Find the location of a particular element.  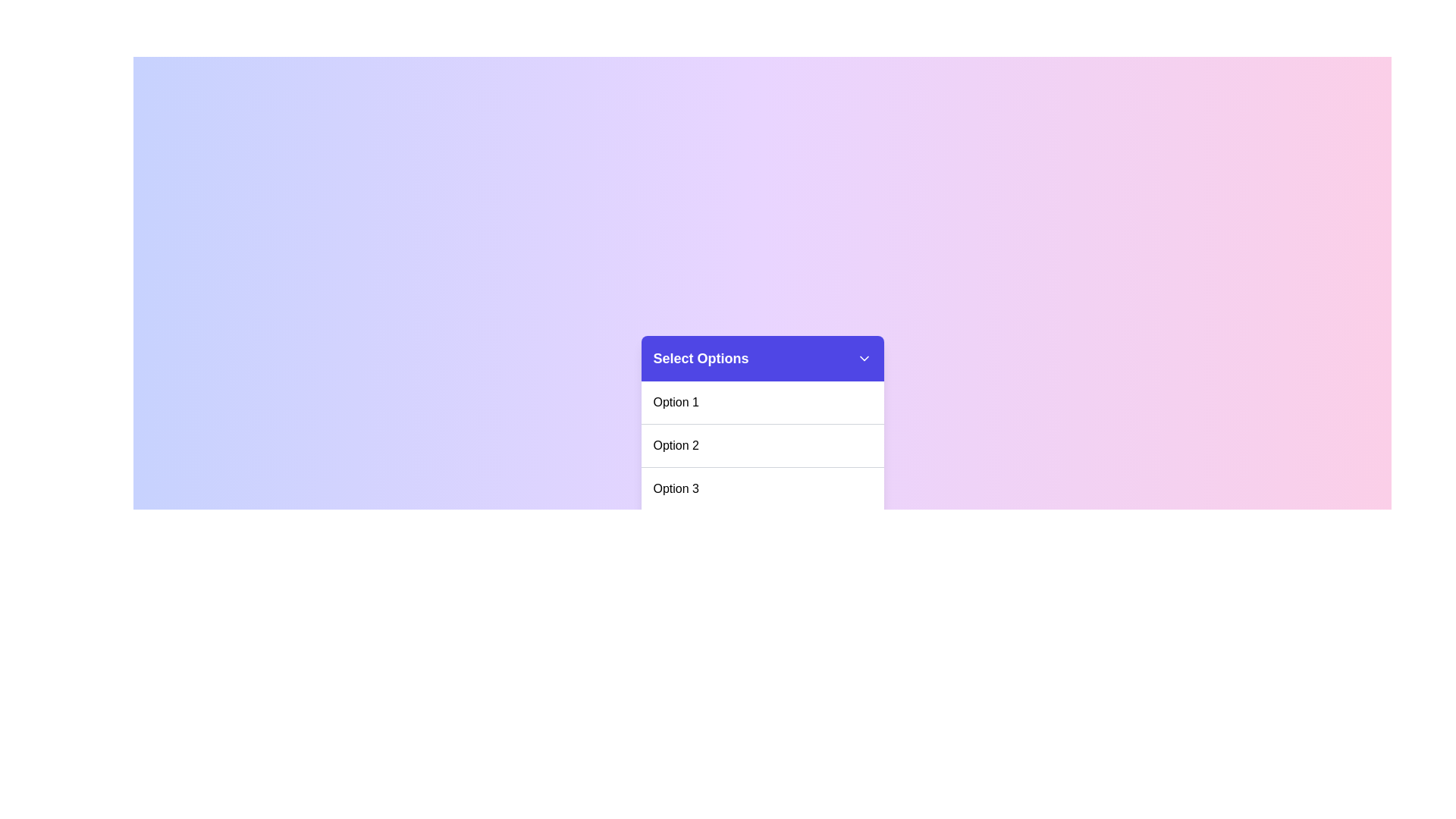

the 'Select Options' text label, which is a bold white text on a blue rounded rectangle located in the header of the dropdown menu is located at coordinates (700, 359).